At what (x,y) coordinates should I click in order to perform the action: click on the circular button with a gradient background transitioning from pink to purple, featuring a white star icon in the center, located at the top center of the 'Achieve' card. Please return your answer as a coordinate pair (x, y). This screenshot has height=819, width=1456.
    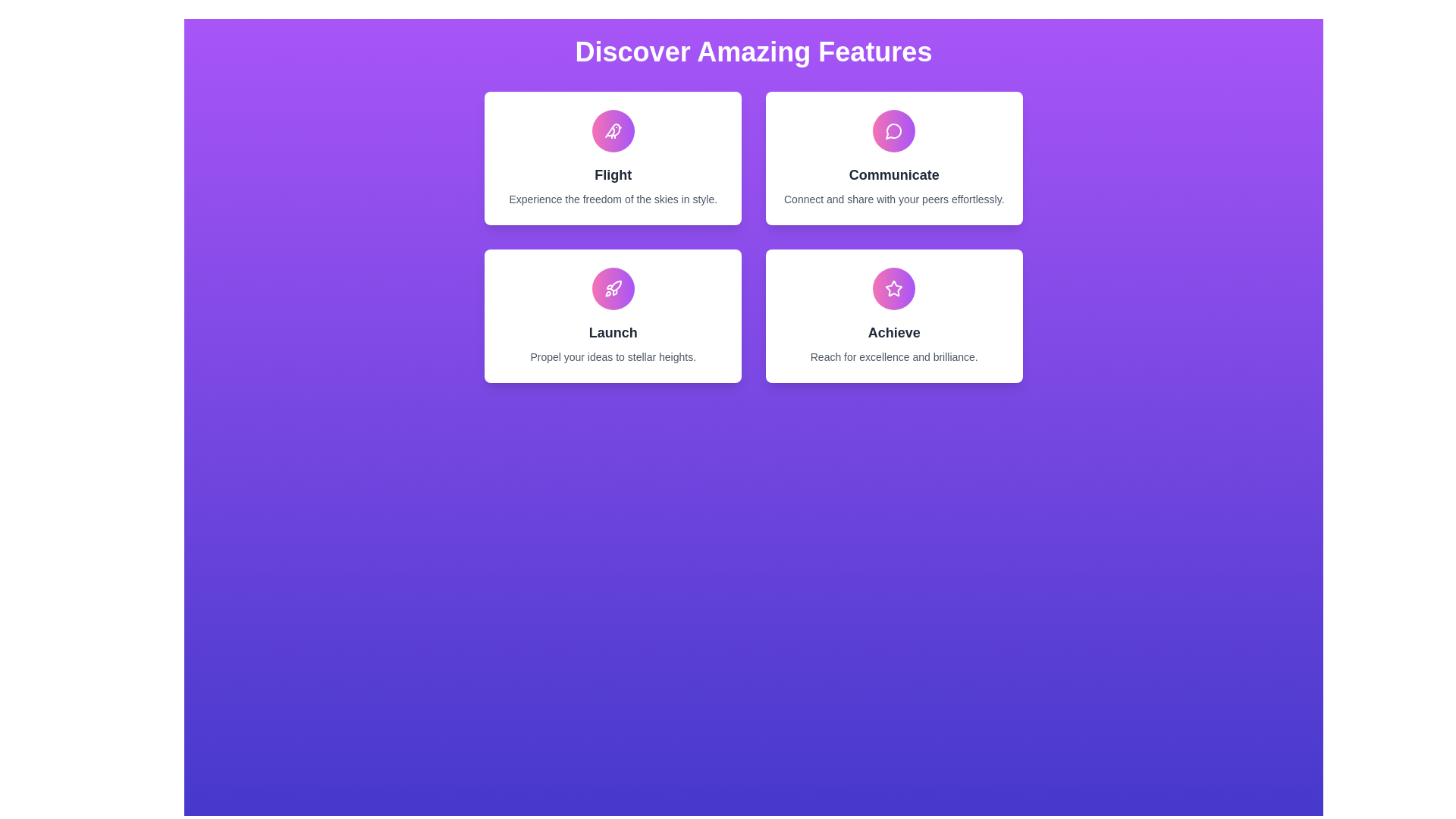
    Looking at the image, I should click on (894, 289).